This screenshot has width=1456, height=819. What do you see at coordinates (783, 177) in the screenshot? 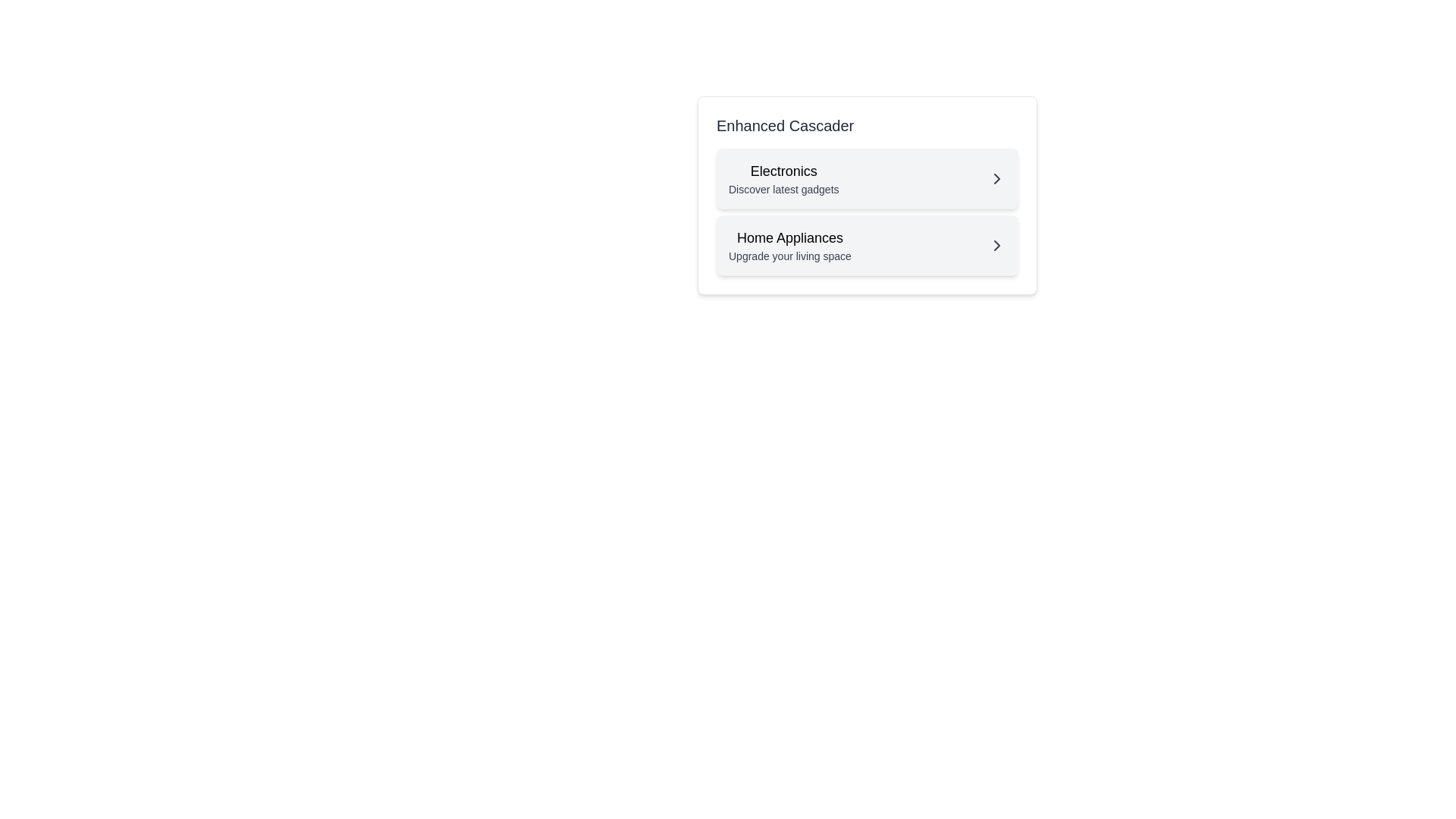
I see `the 'Electronics' menu item in the 'Enhanced Cascader'` at bounding box center [783, 177].